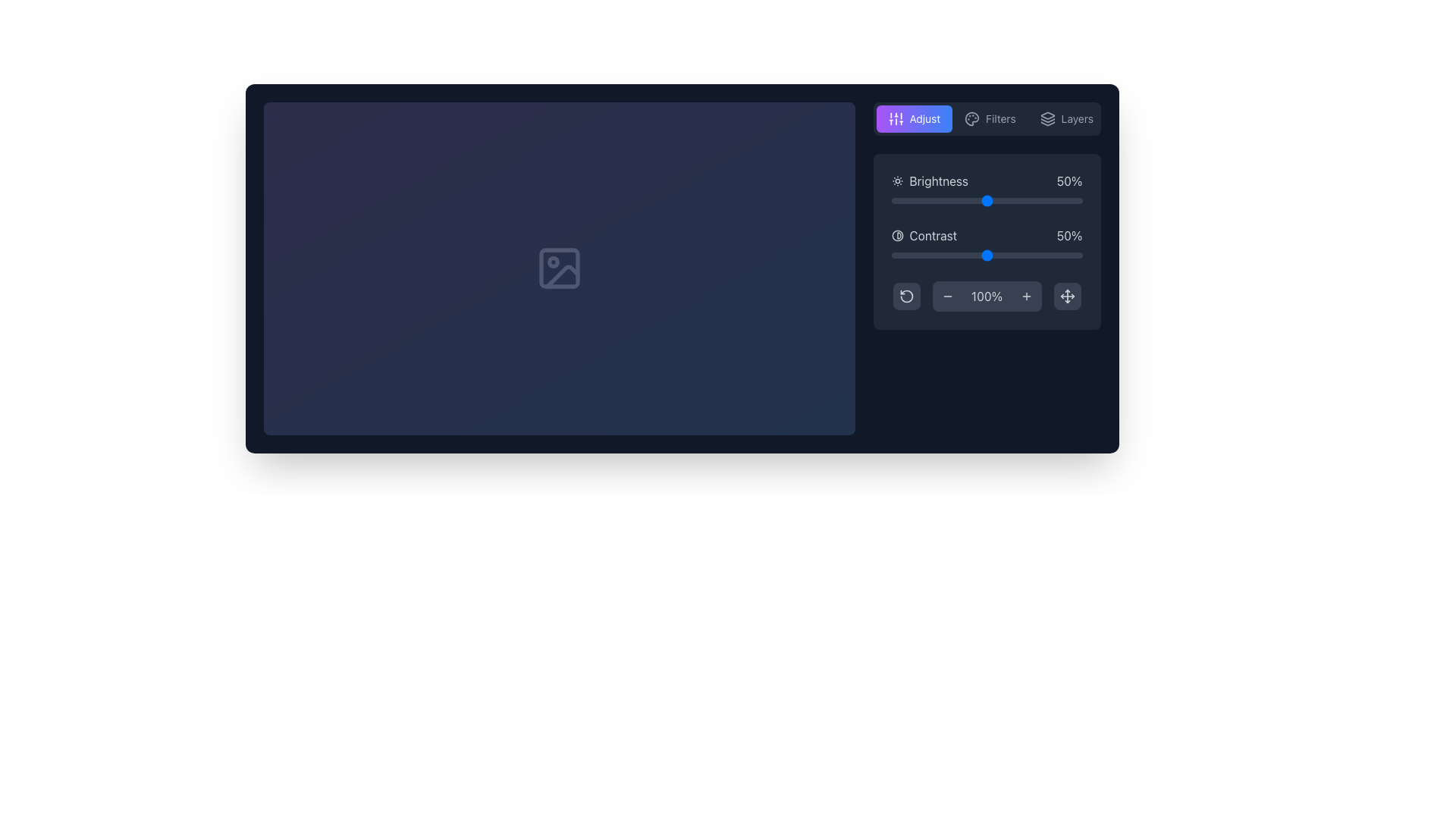 This screenshot has width=1456, height=819. Describe the element at coordinates (896, 118) in the screenshot. I see `the adjustable settings icon located within the 'Adjust' button at the top-right segment of the interface` at that location.